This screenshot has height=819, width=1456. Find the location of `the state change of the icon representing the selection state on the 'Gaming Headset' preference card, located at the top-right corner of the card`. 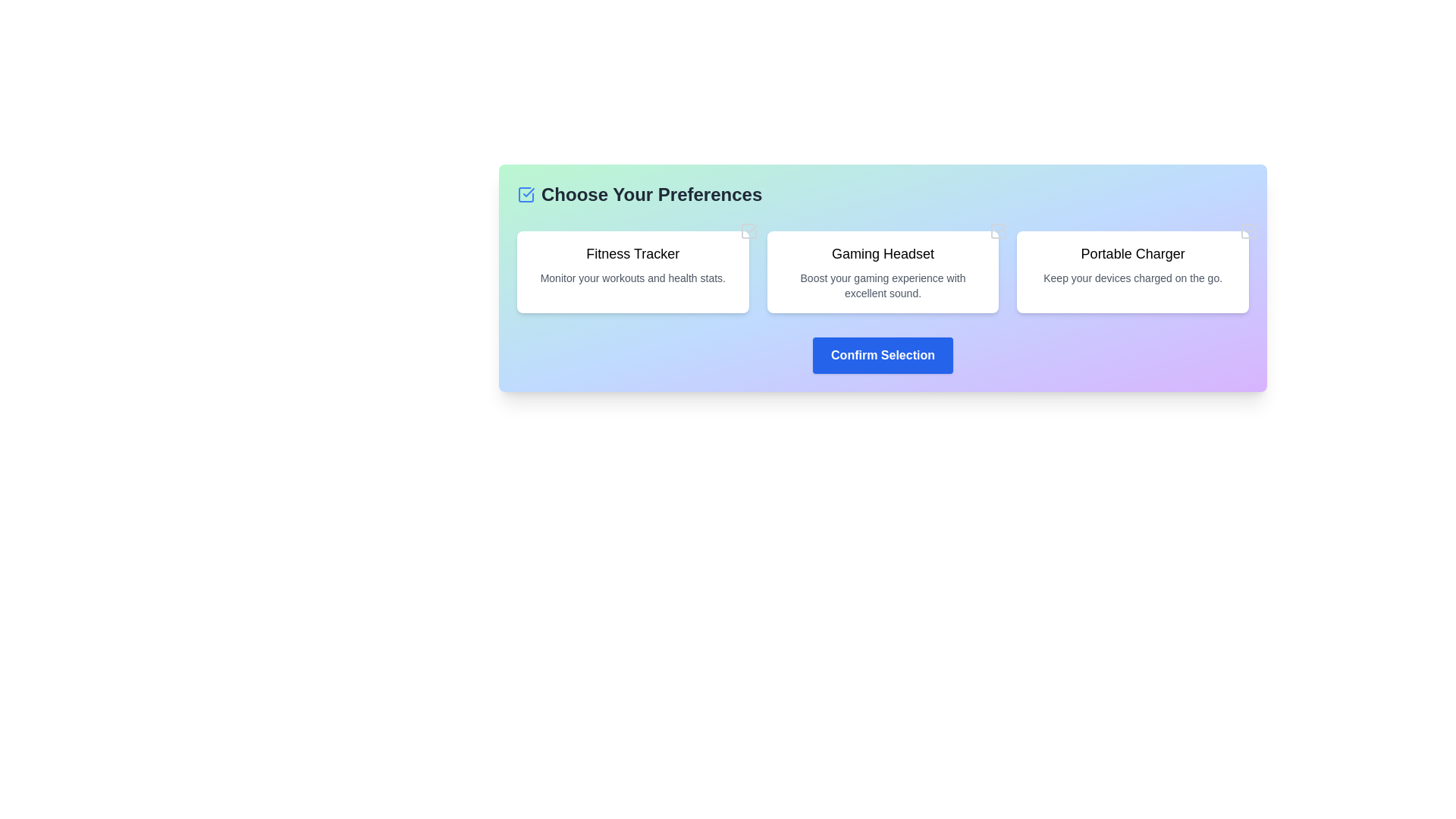

the state change of the icon representing the selection state on the 'Gaming Headset' preference card, located at the top-right corner of the card is located at coordinates (1001, 228).